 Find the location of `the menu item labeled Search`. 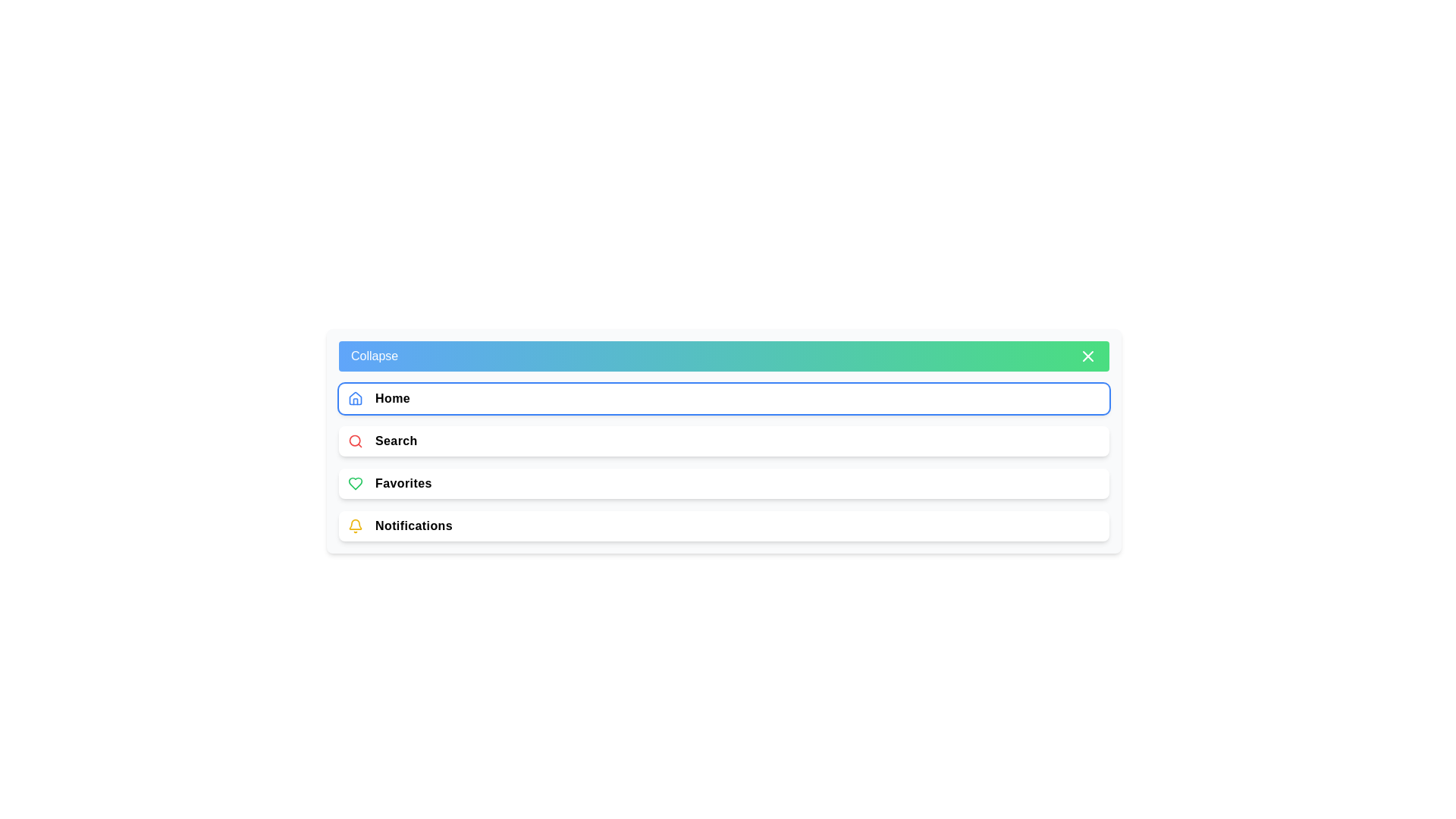

the menu item labeled Search is located at coordinates (723, 441).